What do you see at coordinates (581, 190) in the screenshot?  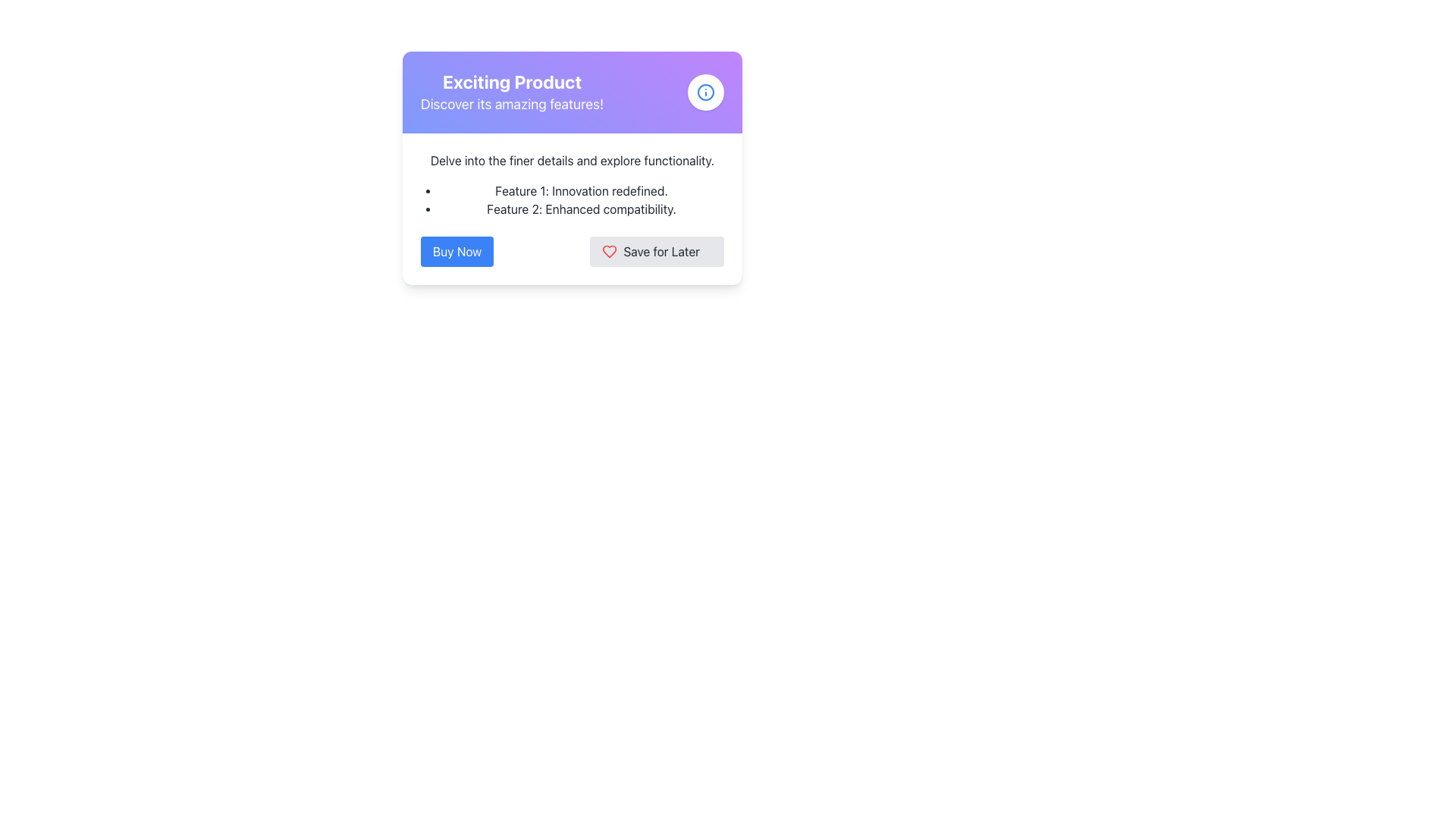 I see `the first item in the bullet list that provides descriptive textual information about a feature, located in the upper section of the interface card layout` at bounding box center [581, 190].